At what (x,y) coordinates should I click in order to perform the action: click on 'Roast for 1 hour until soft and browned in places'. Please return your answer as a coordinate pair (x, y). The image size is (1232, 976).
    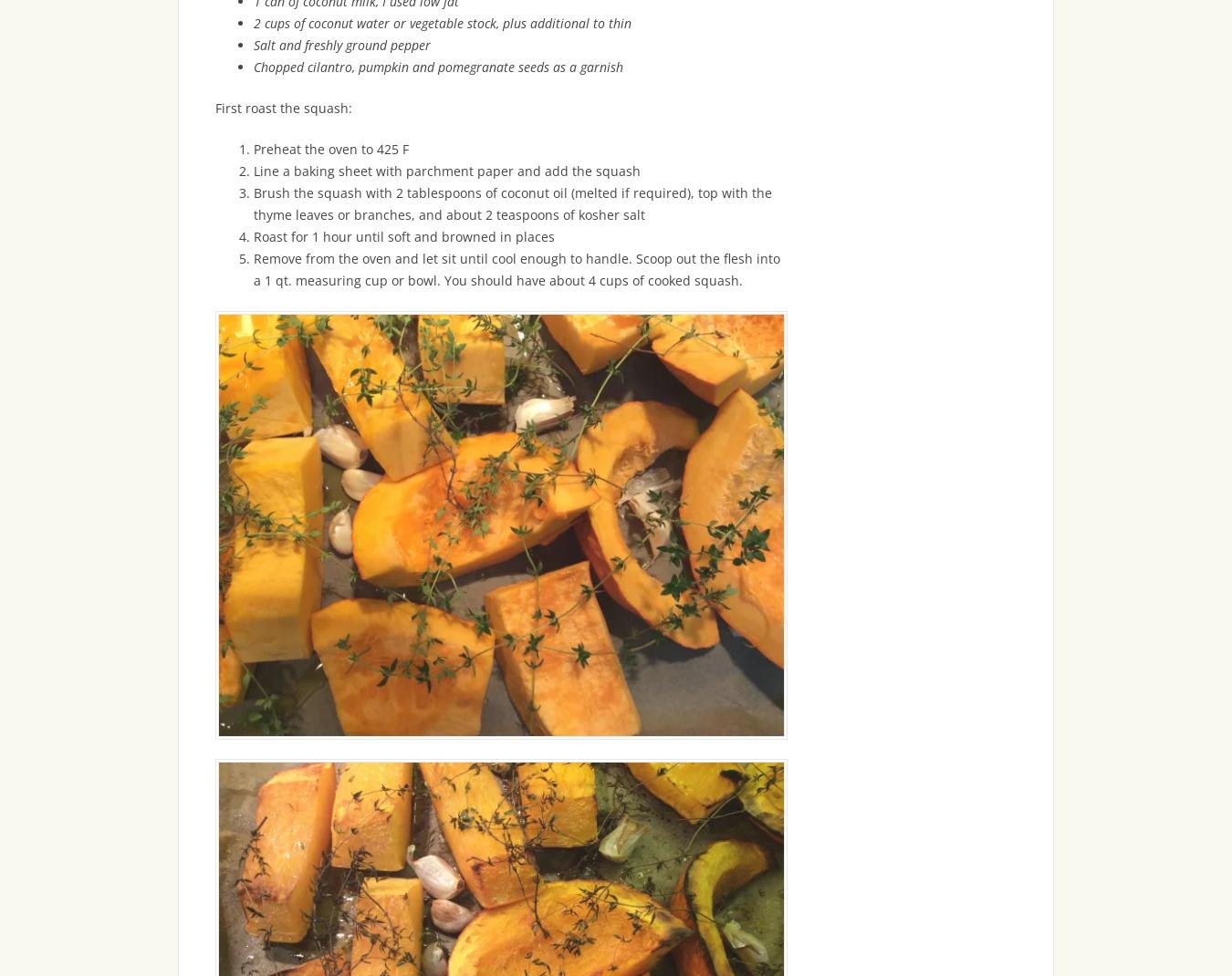
    Looking at the image, I should click on (403, 234).